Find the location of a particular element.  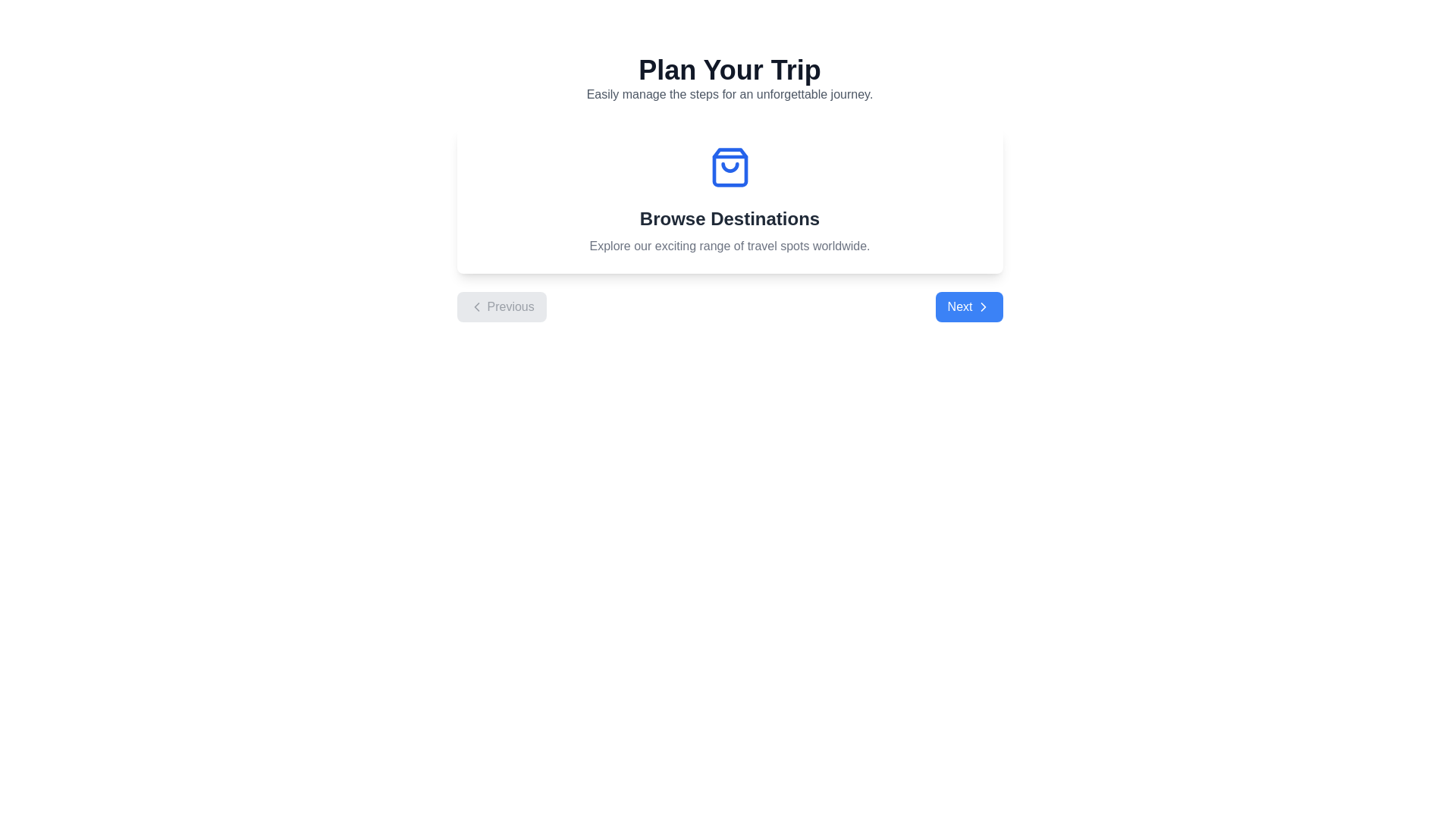

text header displaying 'Browse Destinations' which is centrally aligned below a shopping bag icon and above the subtitle 'Explore our exciting range of travel spots worldwide' is located at coordinates (730, 219).